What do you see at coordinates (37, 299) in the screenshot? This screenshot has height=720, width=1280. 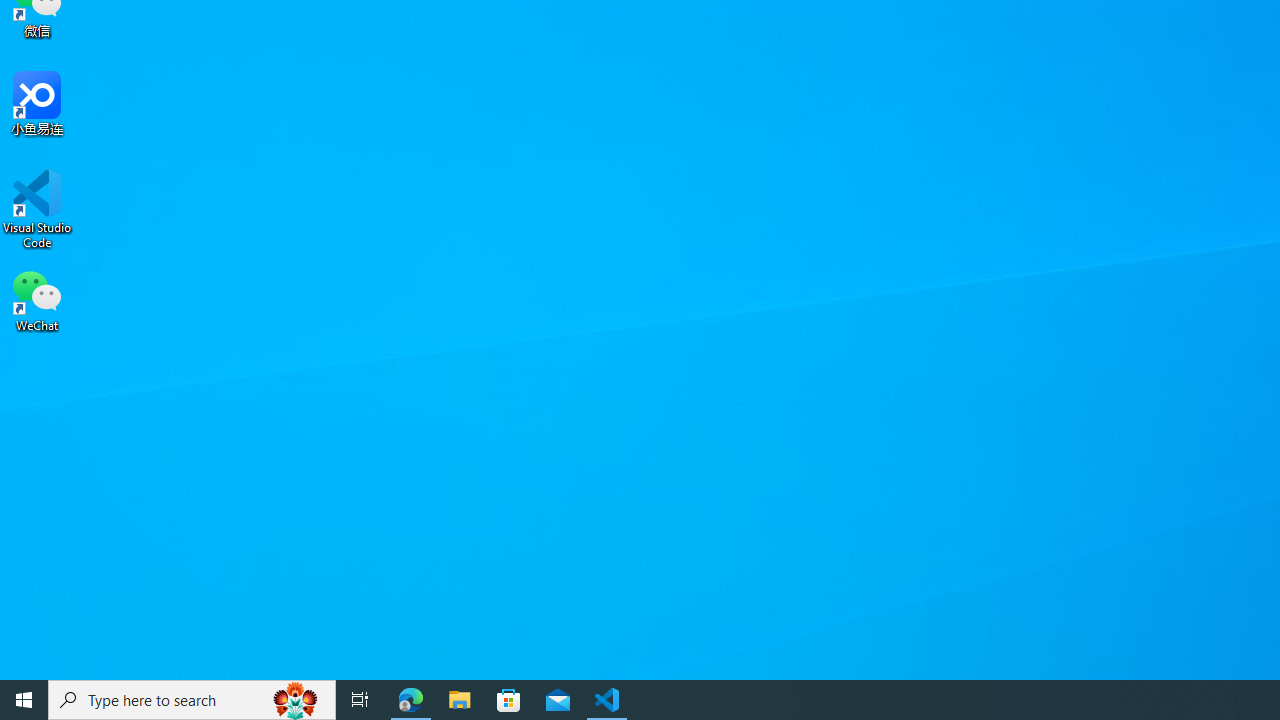 I see `'WeChat'` at bounding box center [37, 299].